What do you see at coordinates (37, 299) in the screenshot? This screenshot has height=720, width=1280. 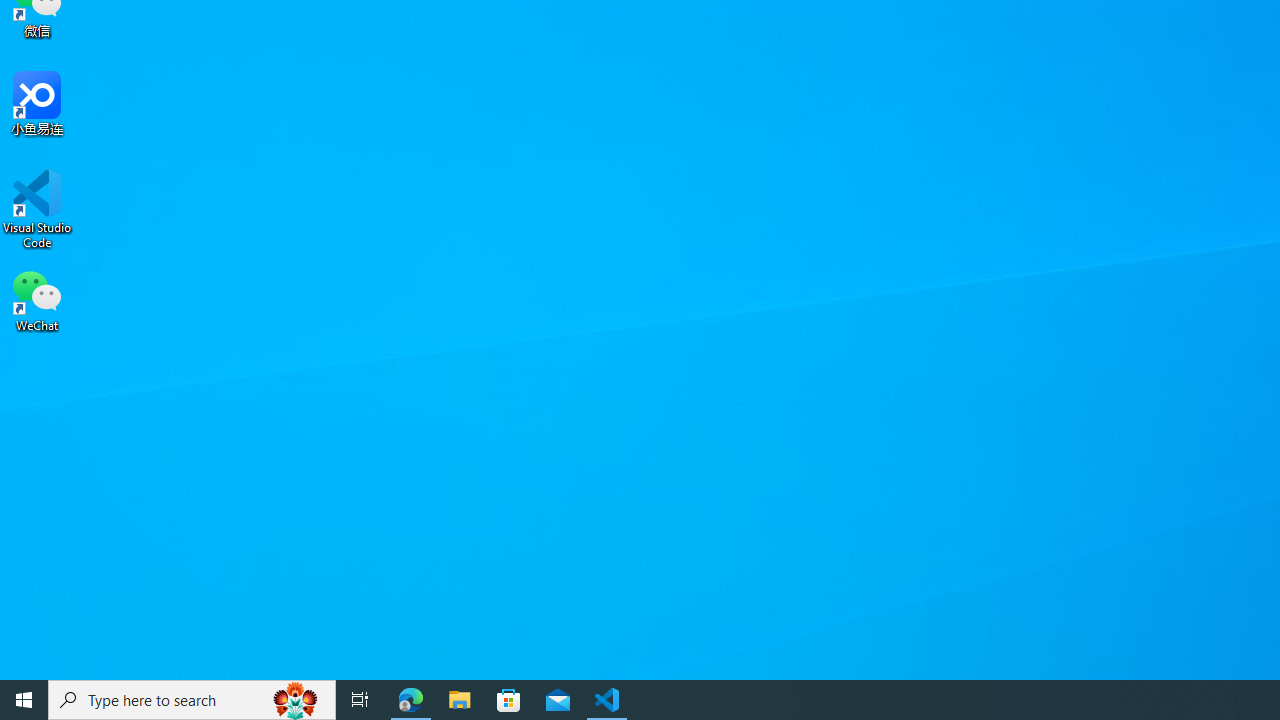 I see `'WeChat'` at bounding box center [37, 299].